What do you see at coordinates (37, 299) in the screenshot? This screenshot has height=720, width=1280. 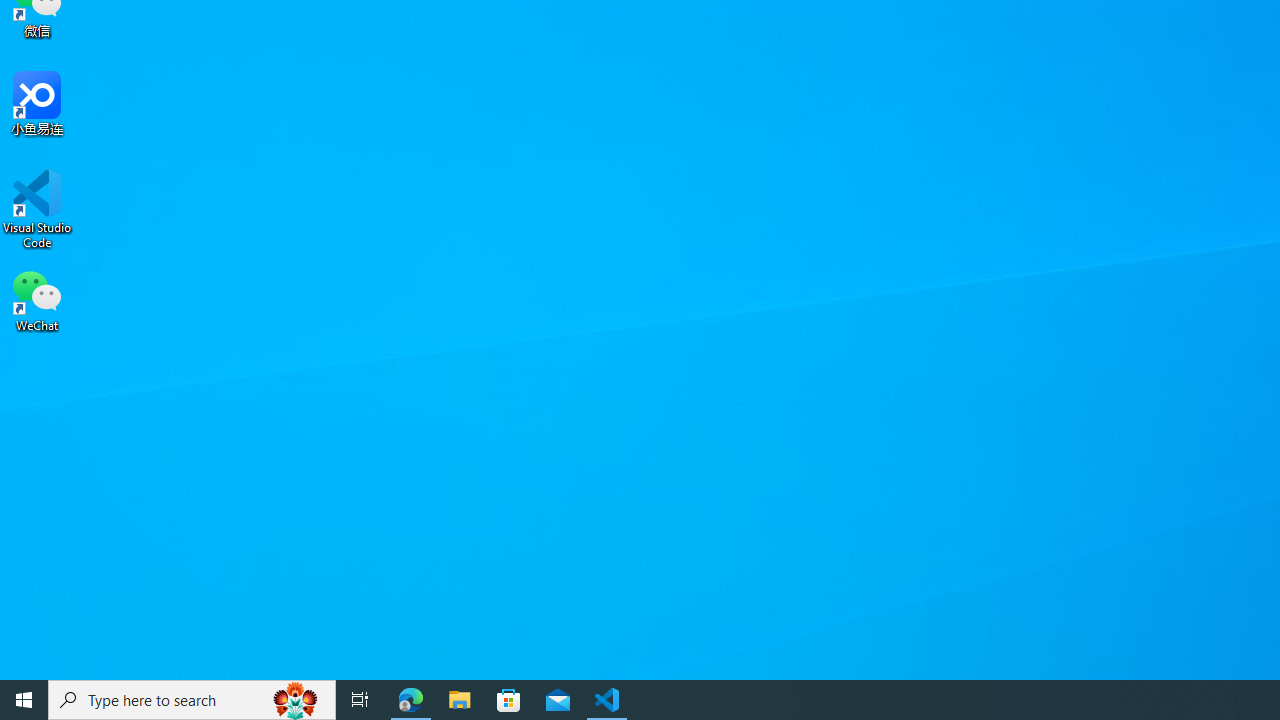 I see `'WeChat'` at bounding box center [37, 299].